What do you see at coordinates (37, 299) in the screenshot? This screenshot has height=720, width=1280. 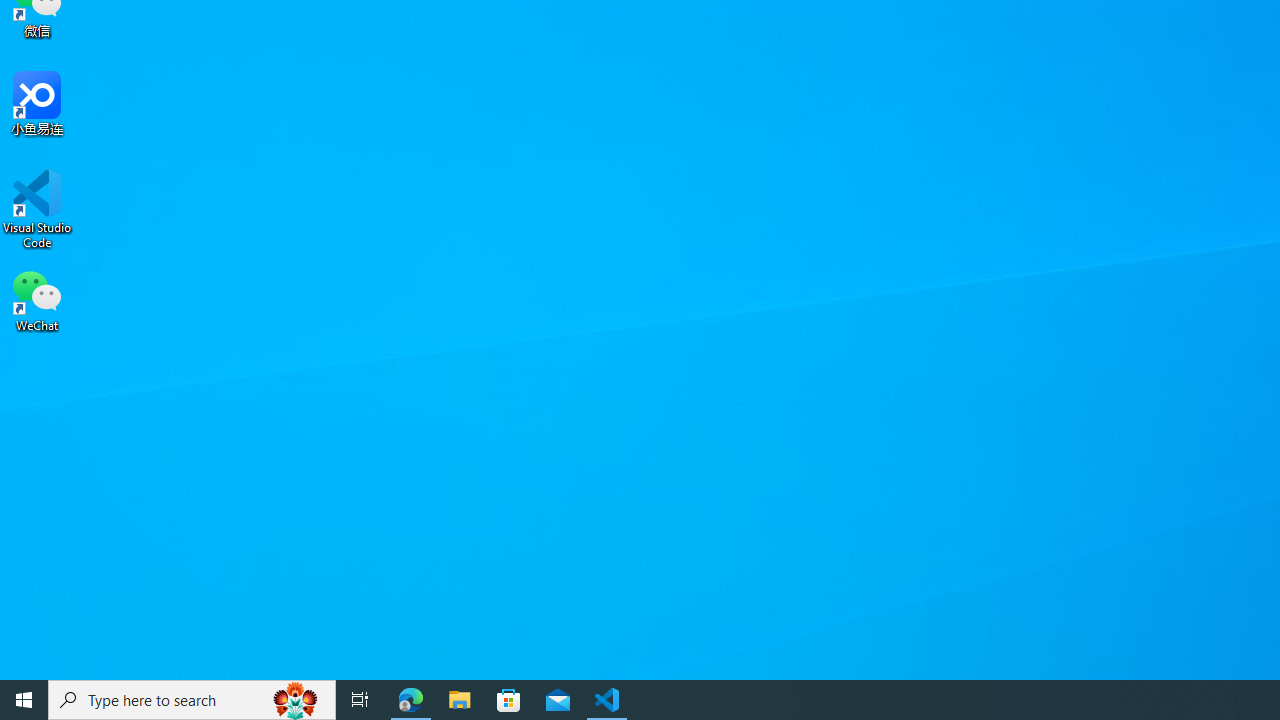 I see `'WeChat'` at bounding box center [37, 299].